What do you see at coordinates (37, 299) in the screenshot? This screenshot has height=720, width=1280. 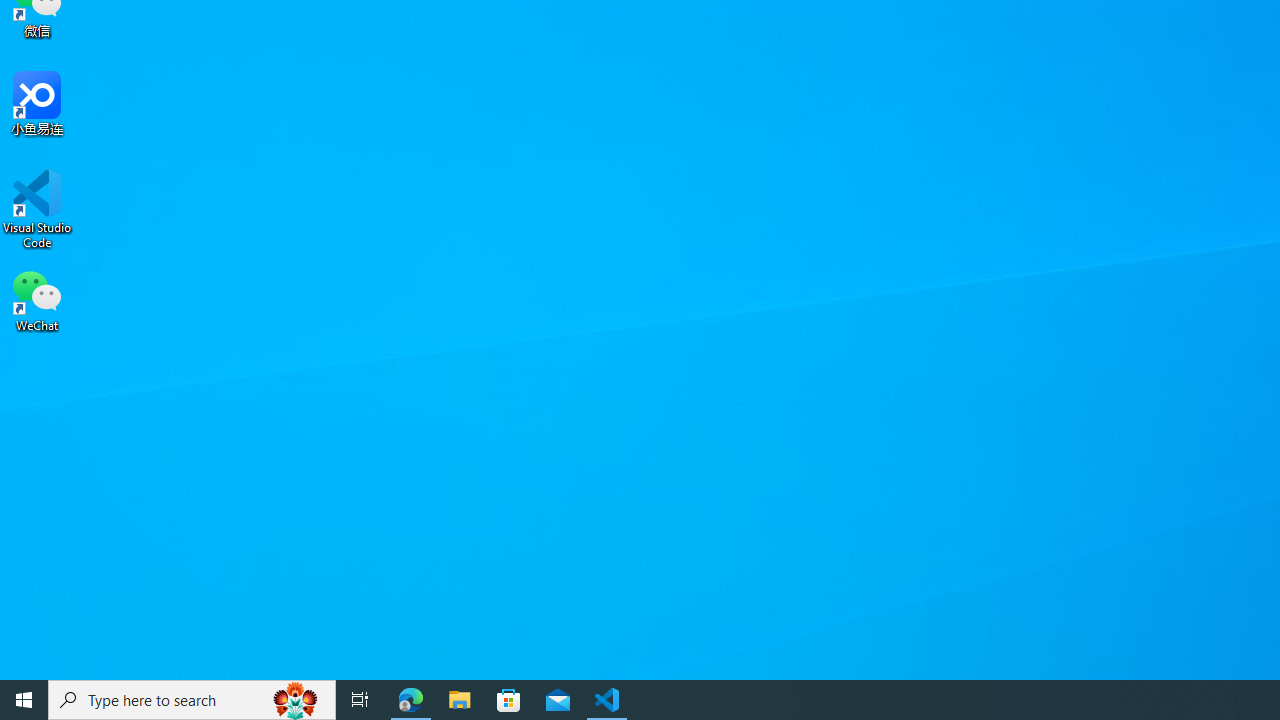 I see `'WeChat'` at bounding box center [37, 299].